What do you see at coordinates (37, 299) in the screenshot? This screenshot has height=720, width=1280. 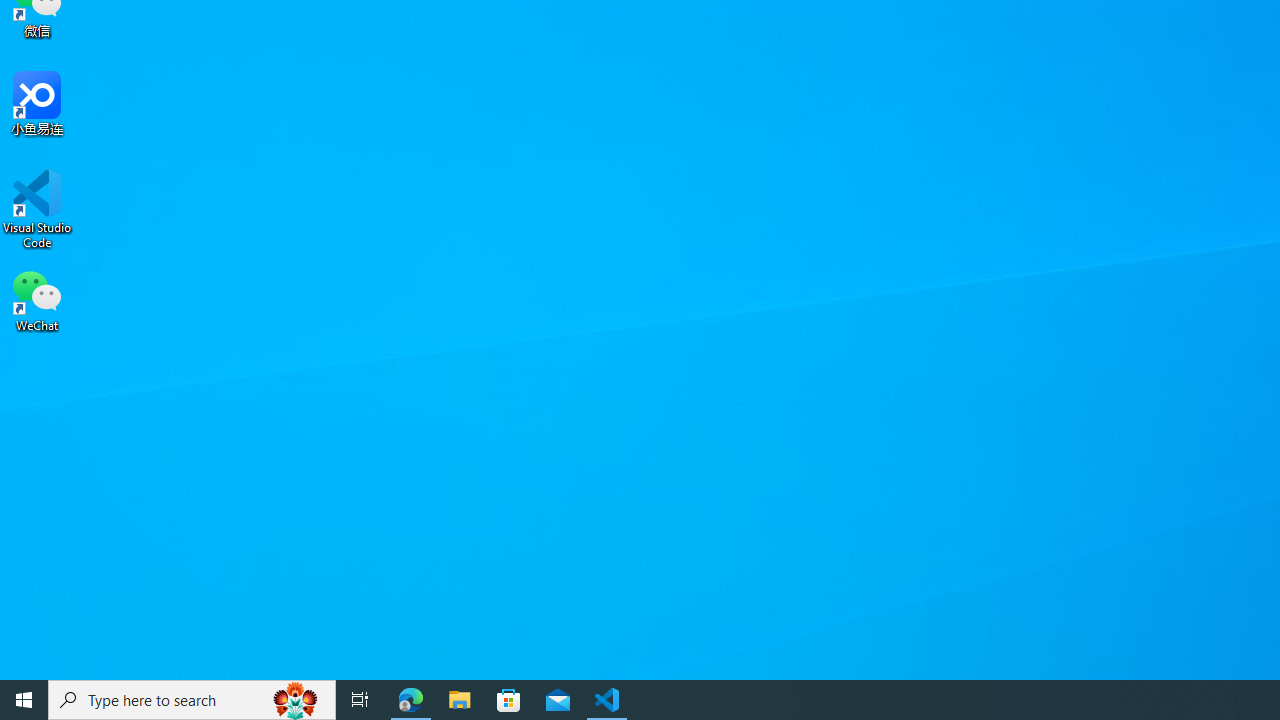 I see `'WeChat'` at bounding box center [37, 299].